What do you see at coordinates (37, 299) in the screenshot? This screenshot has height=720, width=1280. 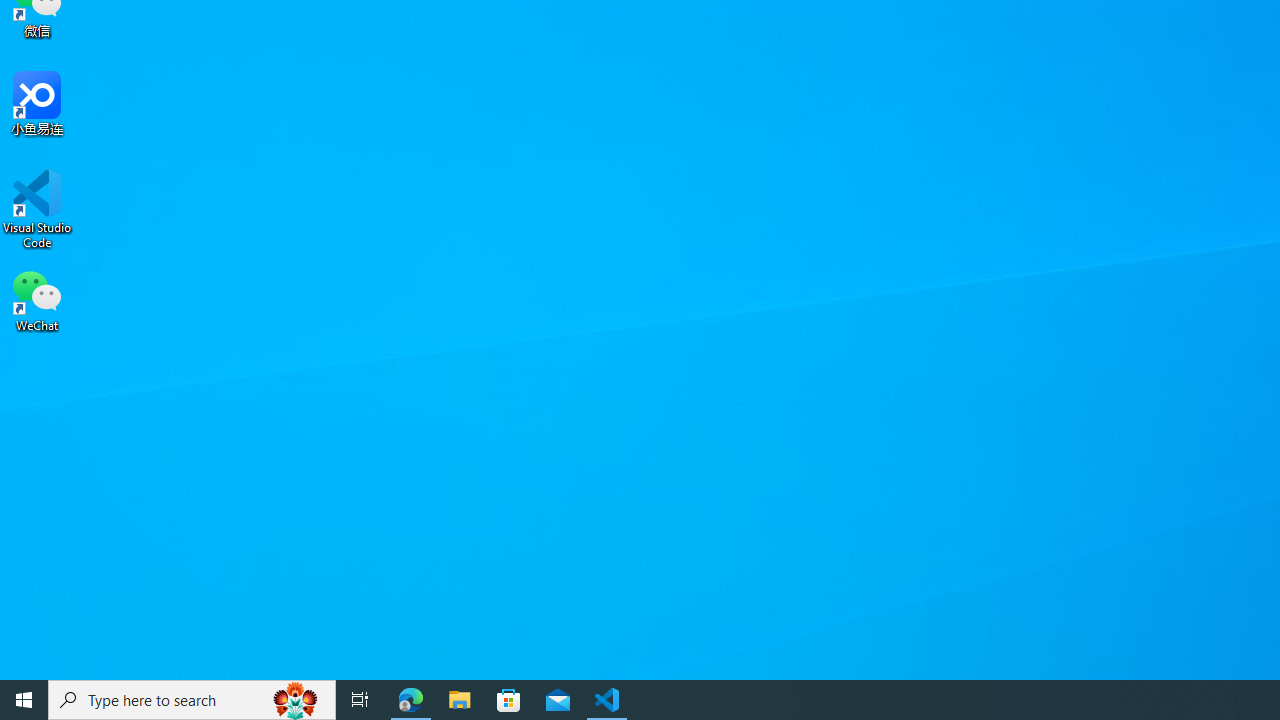 I see `'WeChat'` at bounding box center [37, 299].